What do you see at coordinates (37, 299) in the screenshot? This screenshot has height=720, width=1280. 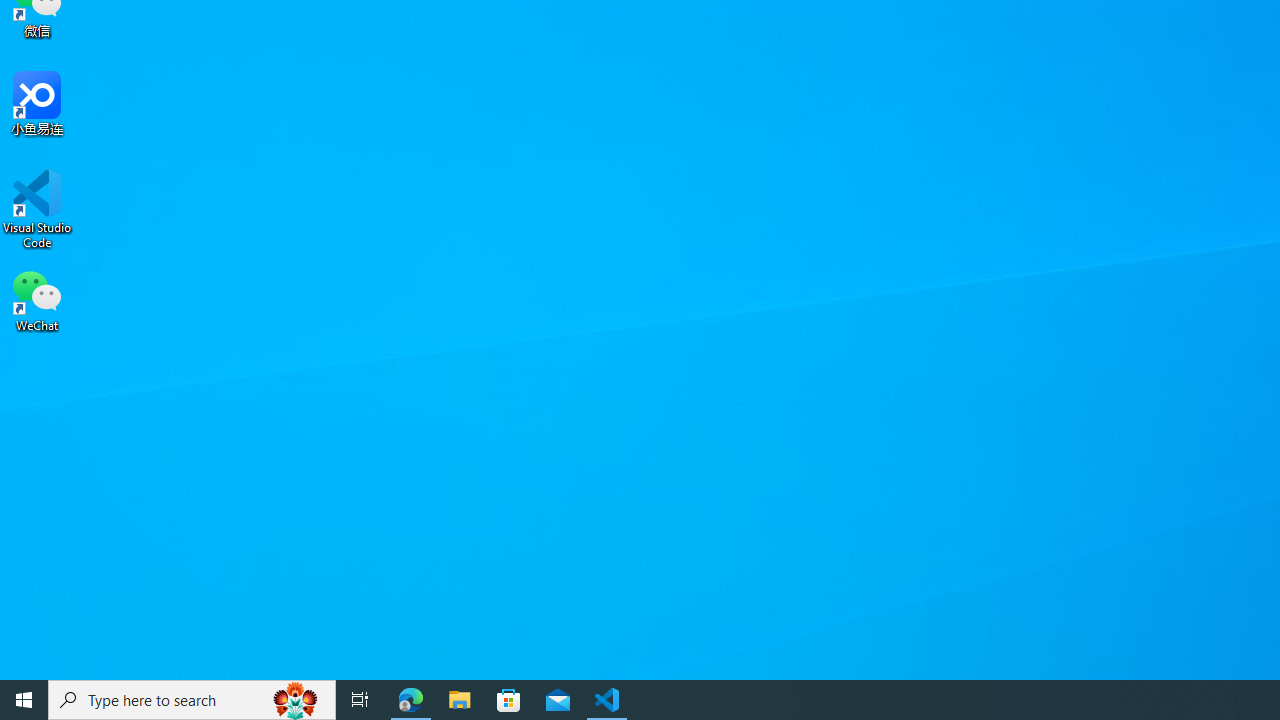 I see `'WeChat'` at bounding box center [37, 299].